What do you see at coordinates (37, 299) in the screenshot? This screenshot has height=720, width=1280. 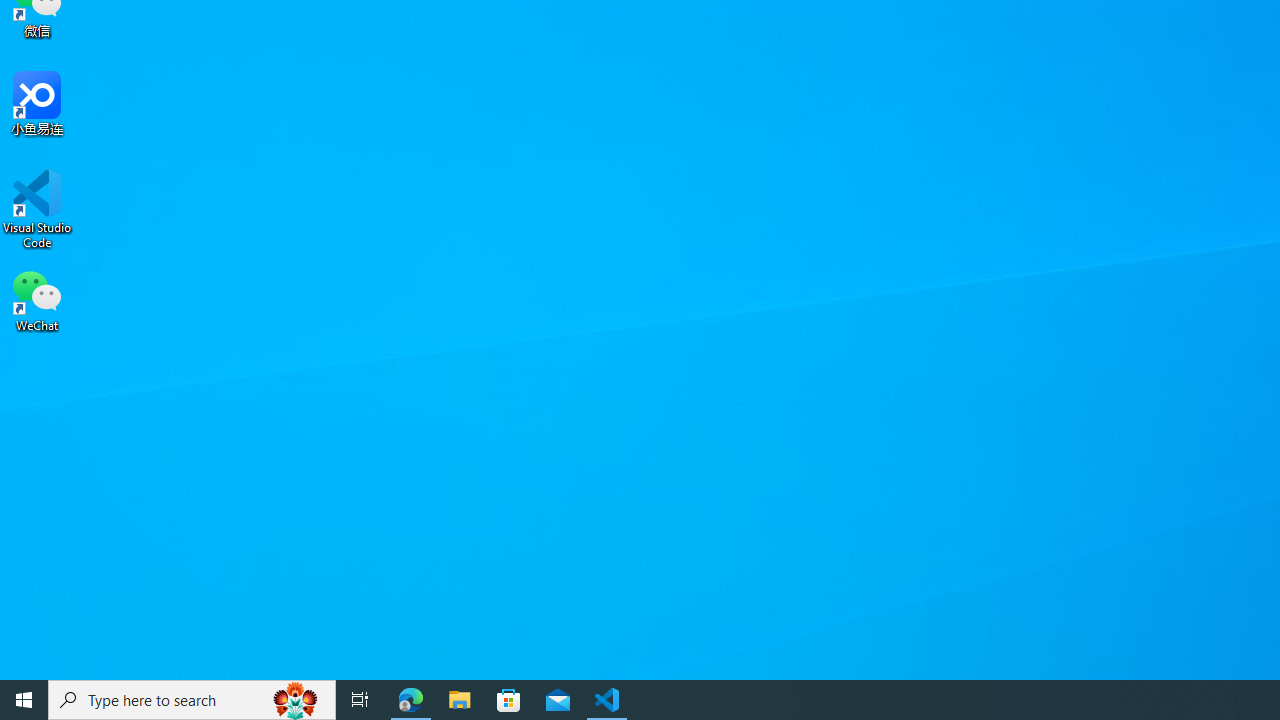 I see `'WeChat'` at bounding box center [37, 299].